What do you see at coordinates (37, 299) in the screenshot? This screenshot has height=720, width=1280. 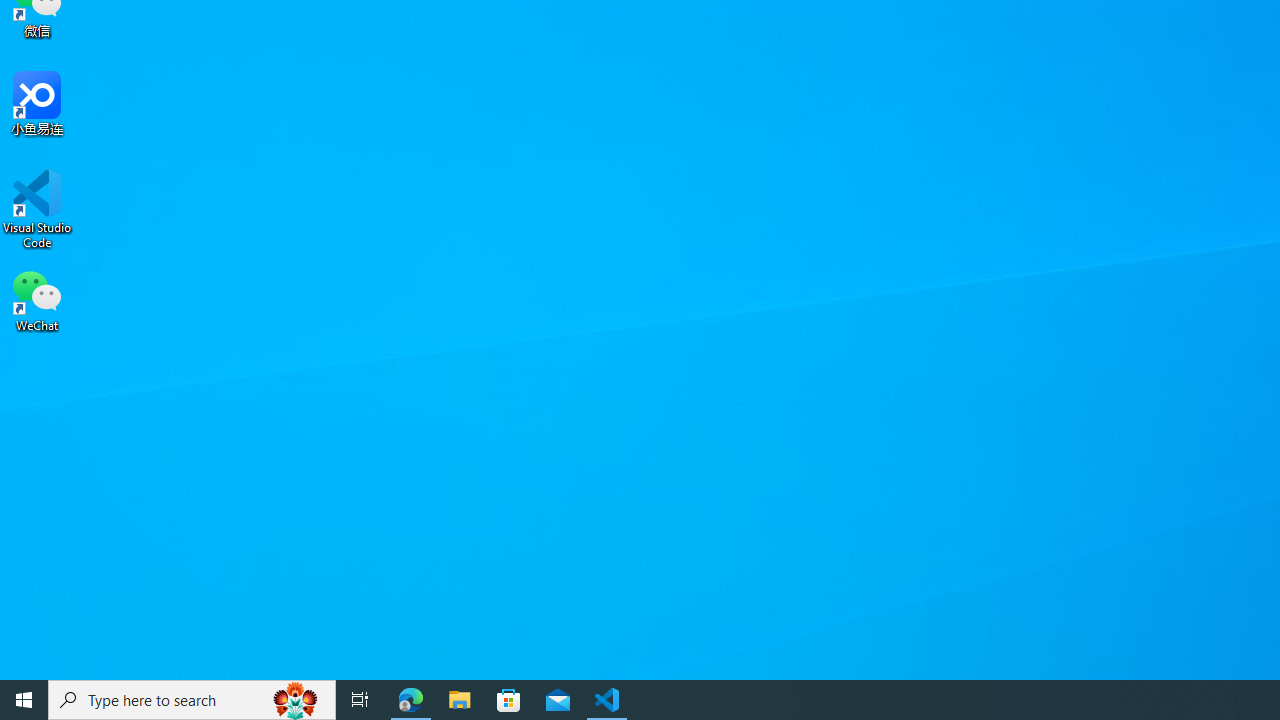 I see `'WeChat'` at bounding box center [37, 299].